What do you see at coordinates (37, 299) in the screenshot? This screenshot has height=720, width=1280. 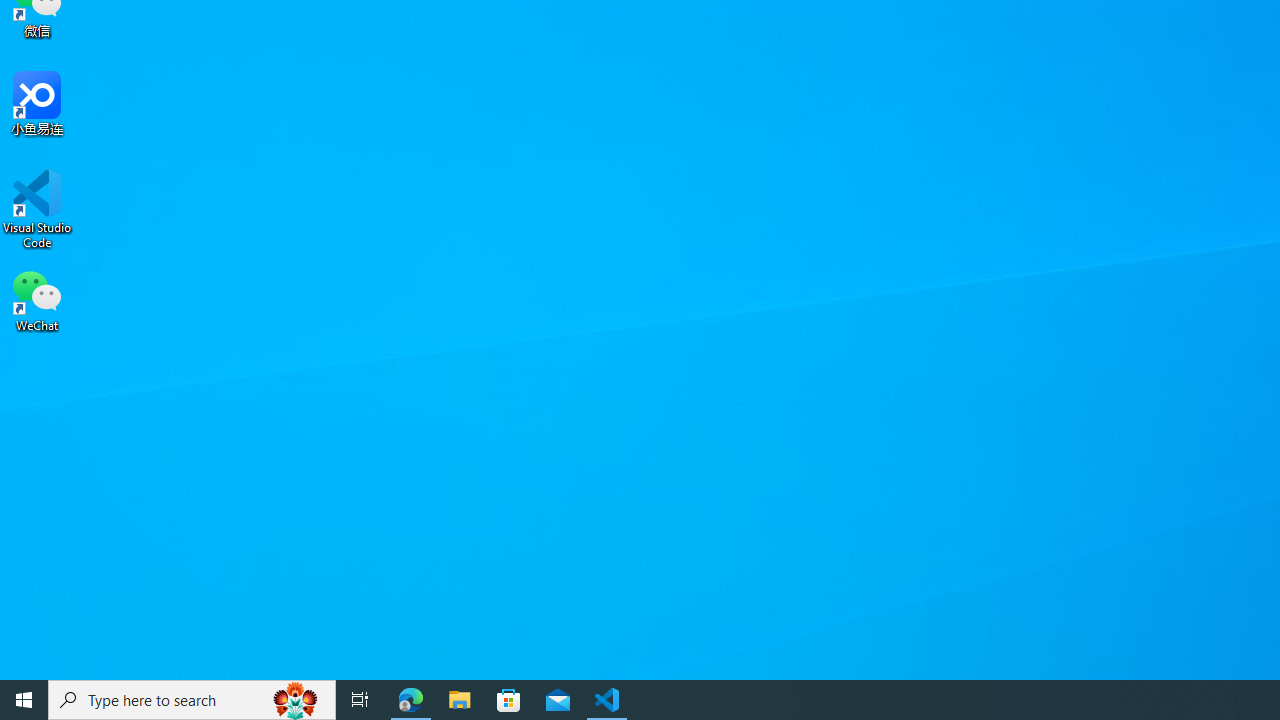 I see `'WeChat'` at bounding box center [37, 299].